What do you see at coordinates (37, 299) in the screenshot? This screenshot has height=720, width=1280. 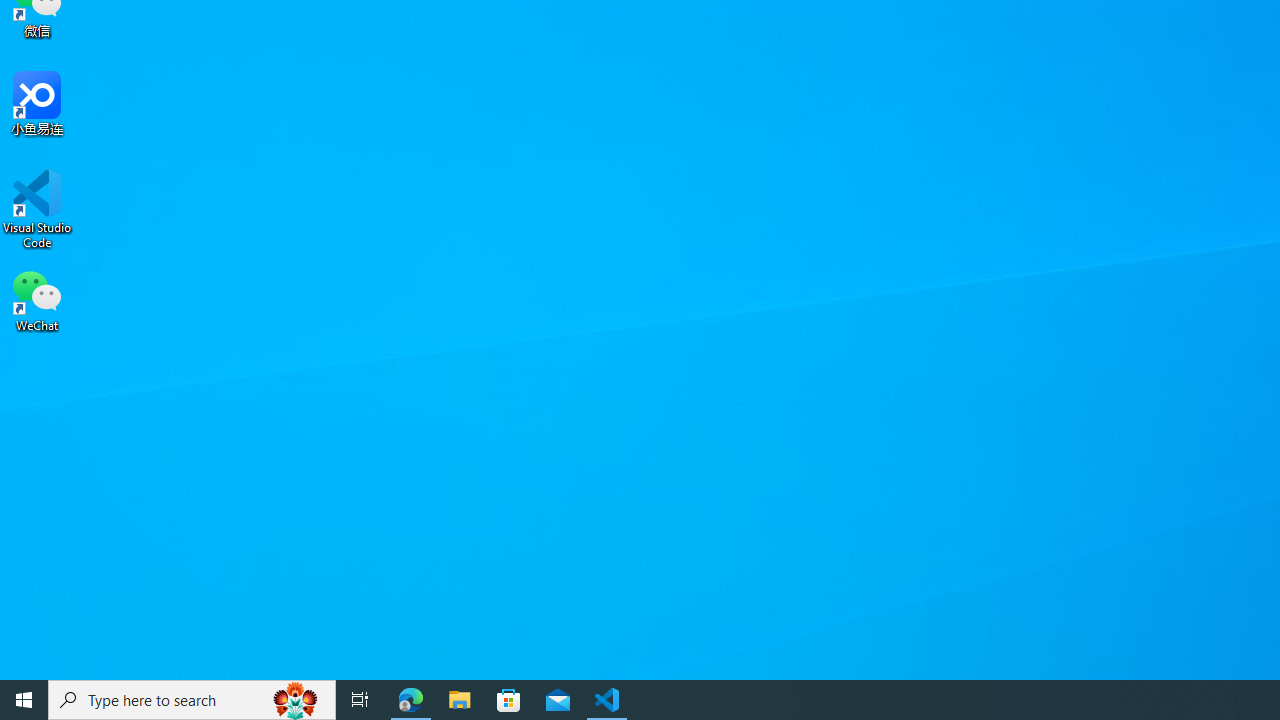 I see `'WeChat'` at bounding box center [37, 299].